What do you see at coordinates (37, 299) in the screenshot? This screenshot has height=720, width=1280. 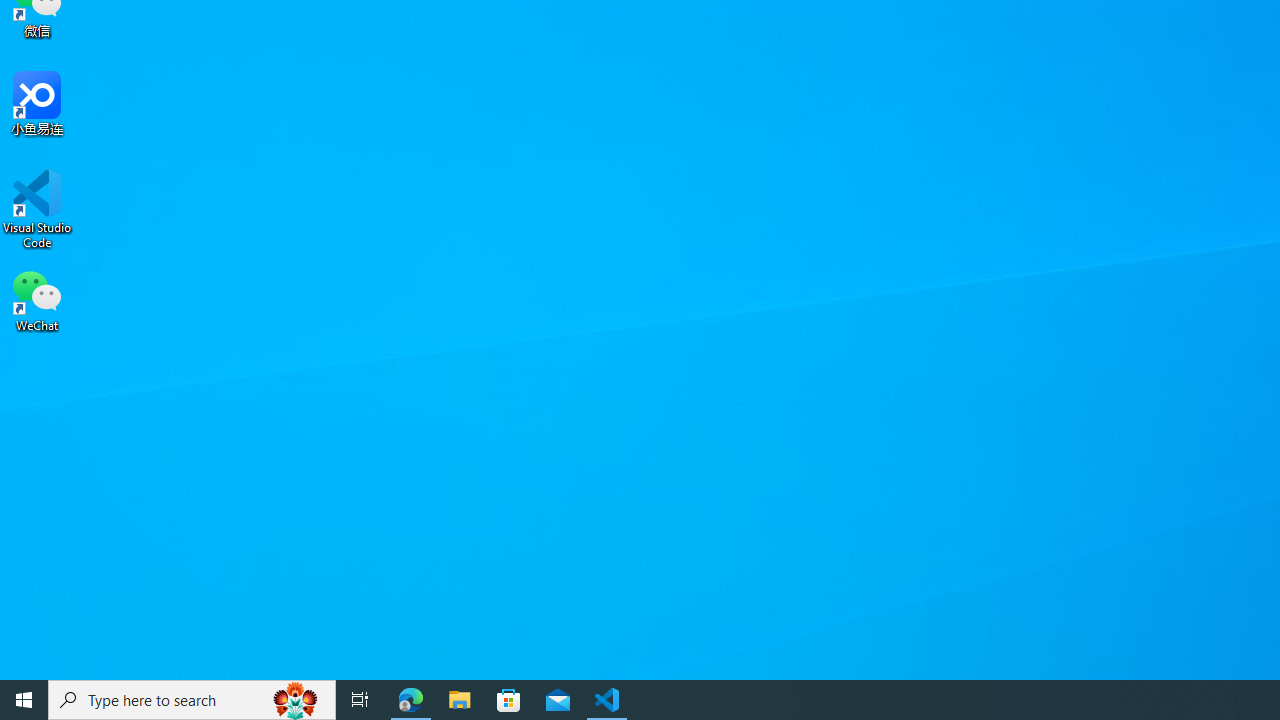 I see `'WeChat'` at bounding box center [37, 299].